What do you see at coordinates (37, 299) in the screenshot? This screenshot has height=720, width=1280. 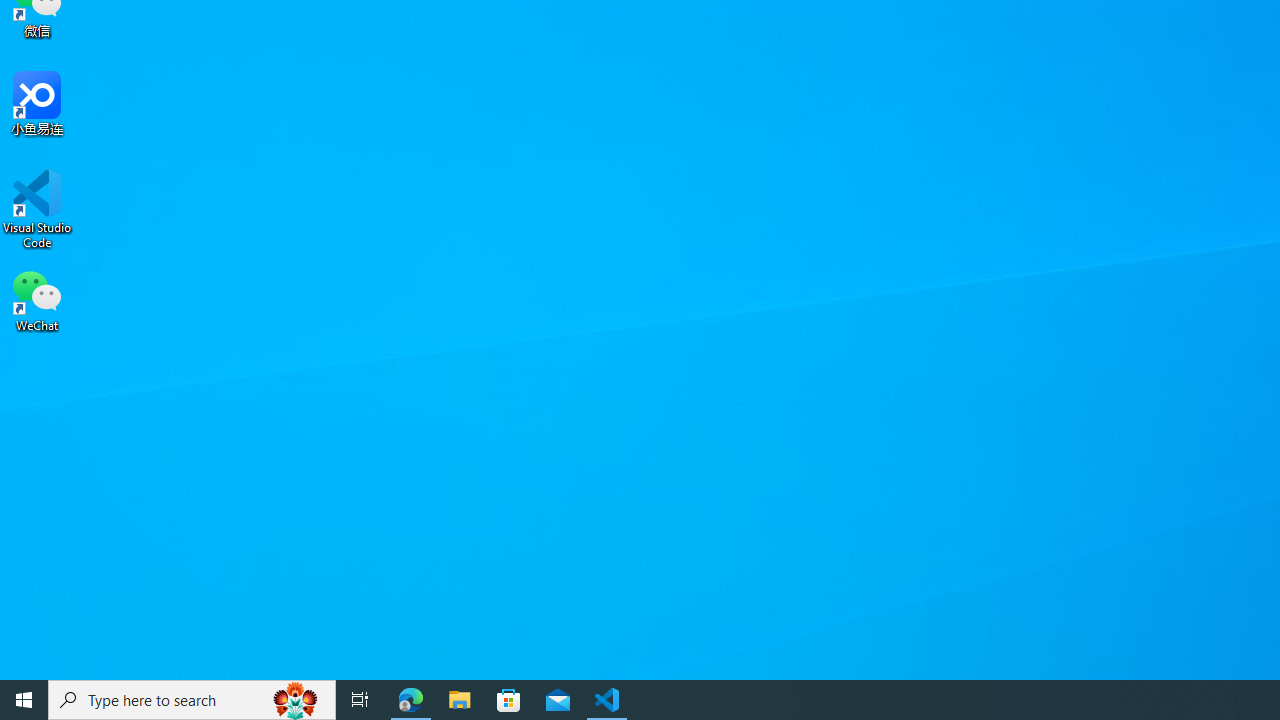 I see `'WeChat'` at bounding box center [37, 299].